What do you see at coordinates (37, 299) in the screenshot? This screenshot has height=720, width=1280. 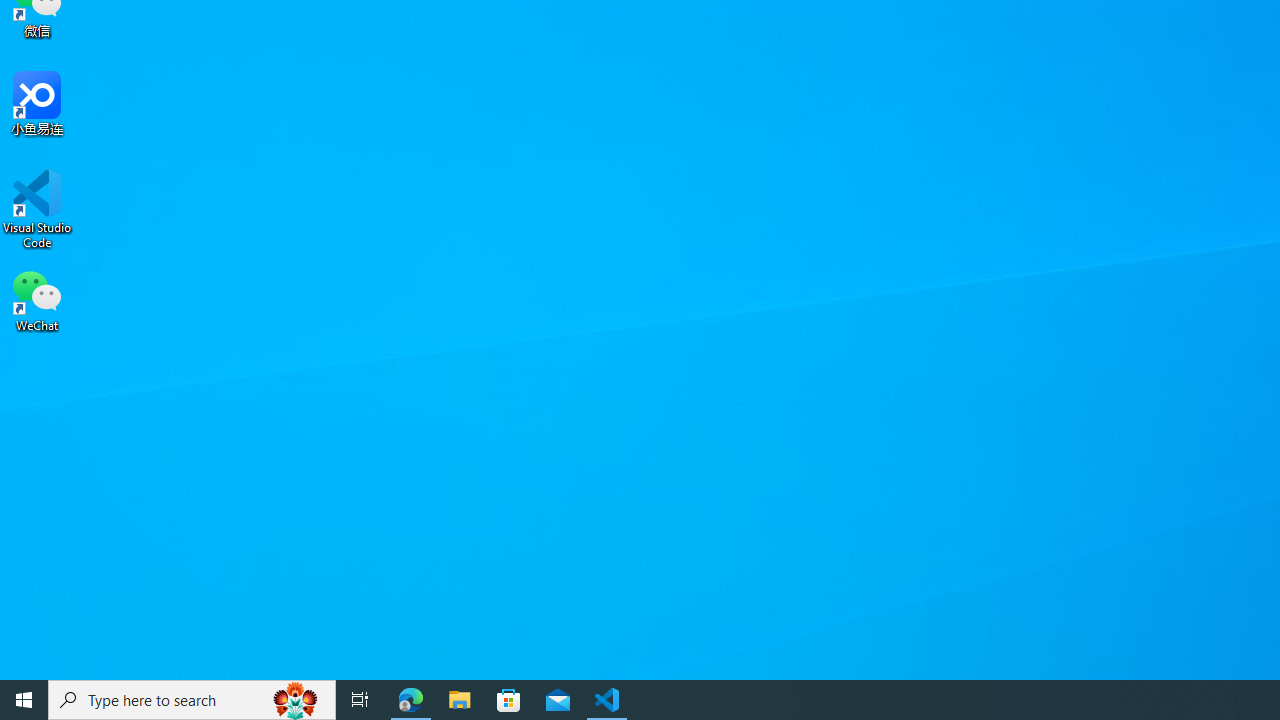 I see `'WeChat'` at bounding box center [37, 299].